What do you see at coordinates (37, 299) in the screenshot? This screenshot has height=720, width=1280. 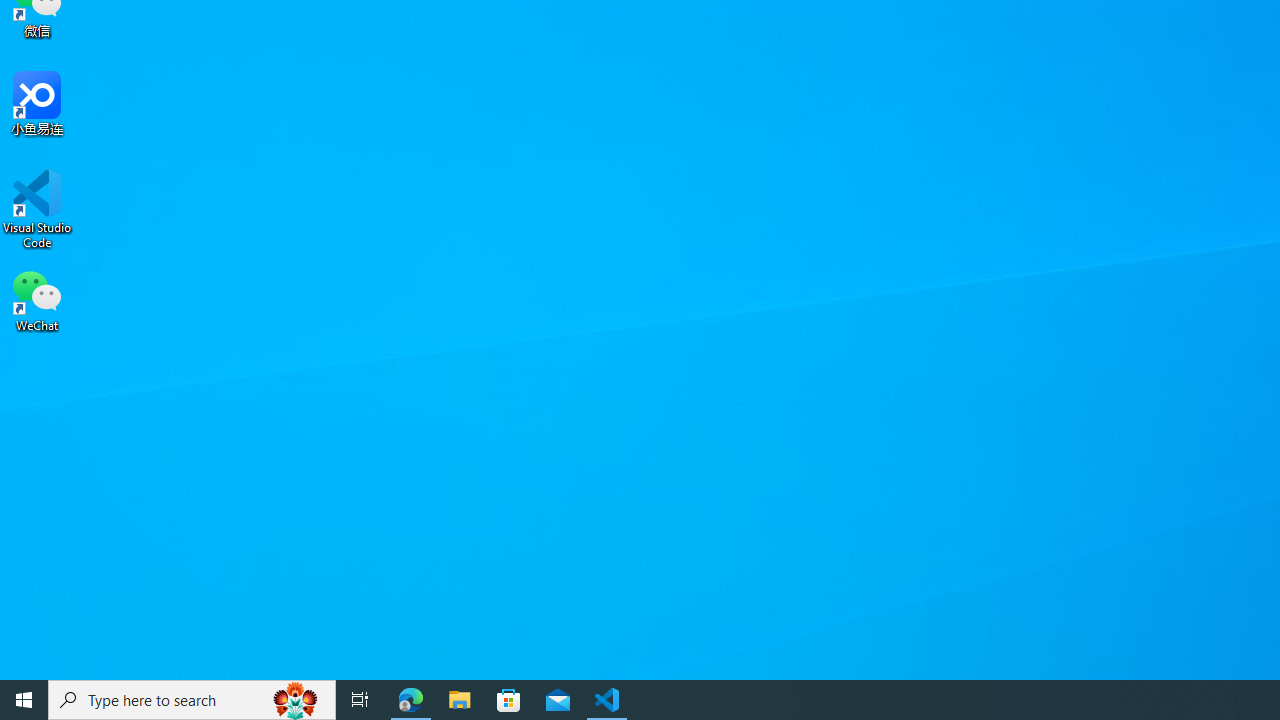 I see `'WeChat'` at bounding box center [37, 299].